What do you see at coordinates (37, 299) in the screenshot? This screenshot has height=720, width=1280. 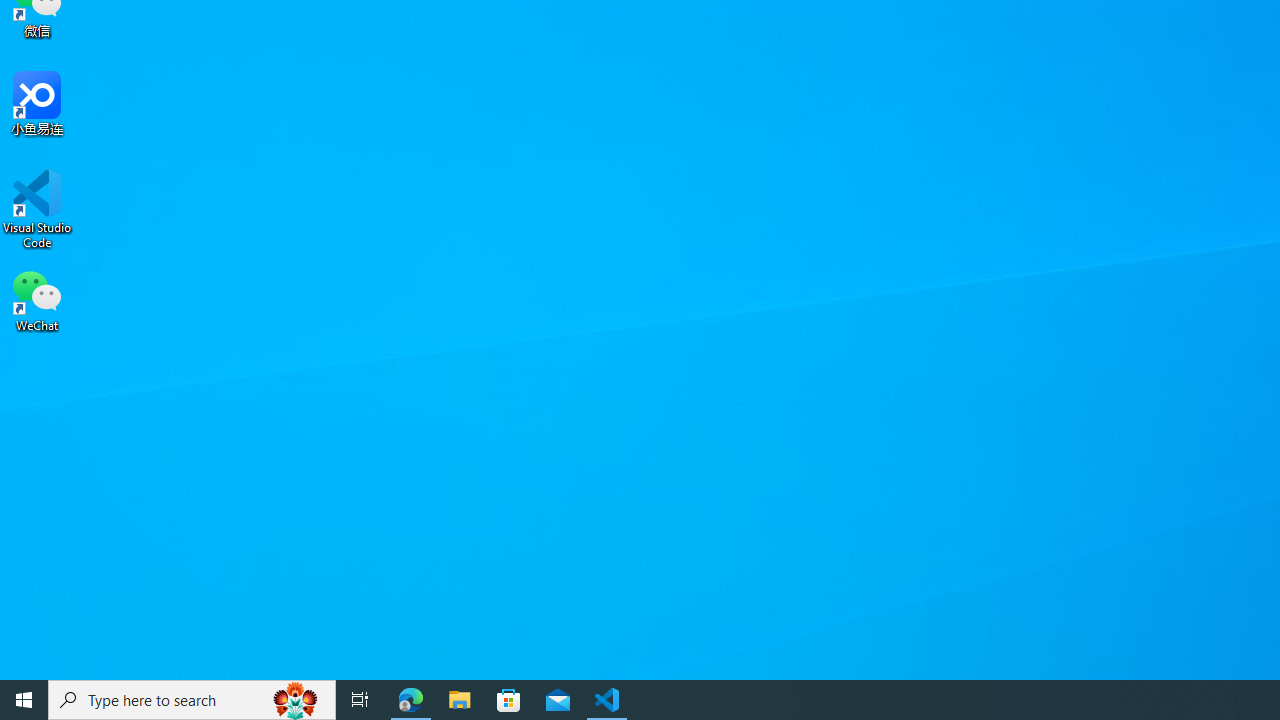 I see `'WeChat'` at bounding box center [37, 299].